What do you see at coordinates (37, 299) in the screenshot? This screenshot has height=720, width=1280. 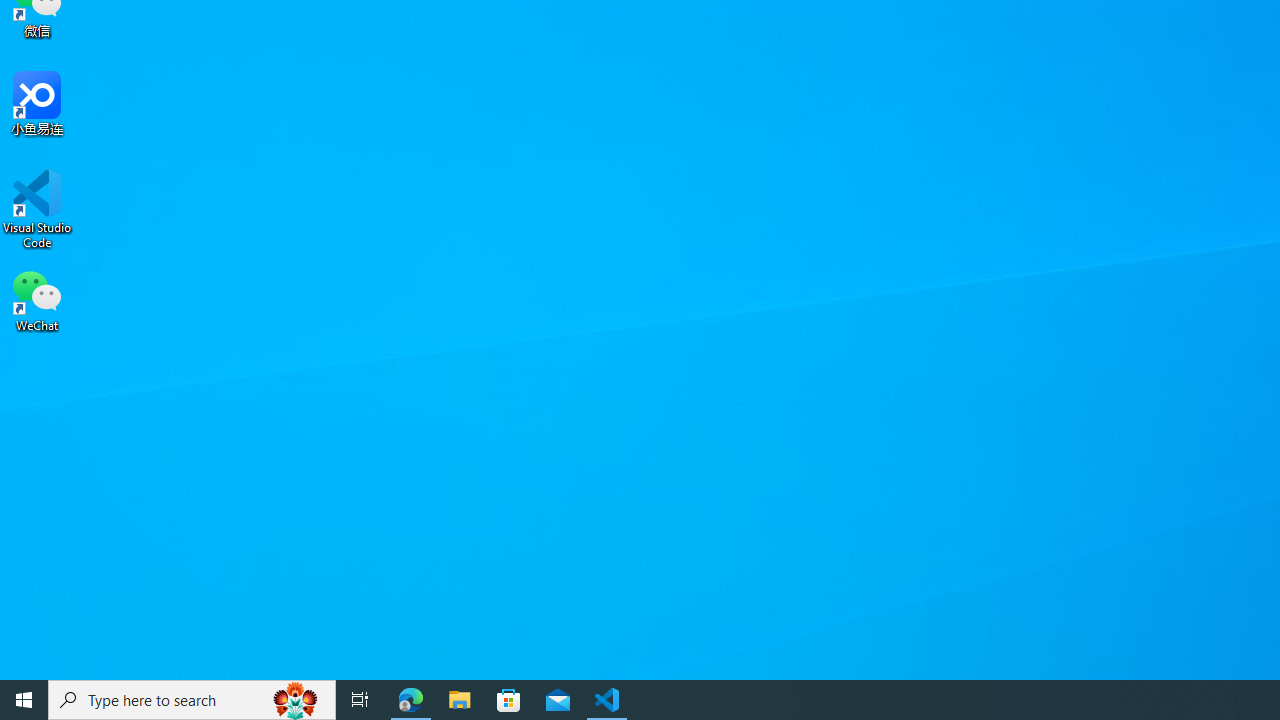 I see `'WeChat'` at bounding box center [37, 299].